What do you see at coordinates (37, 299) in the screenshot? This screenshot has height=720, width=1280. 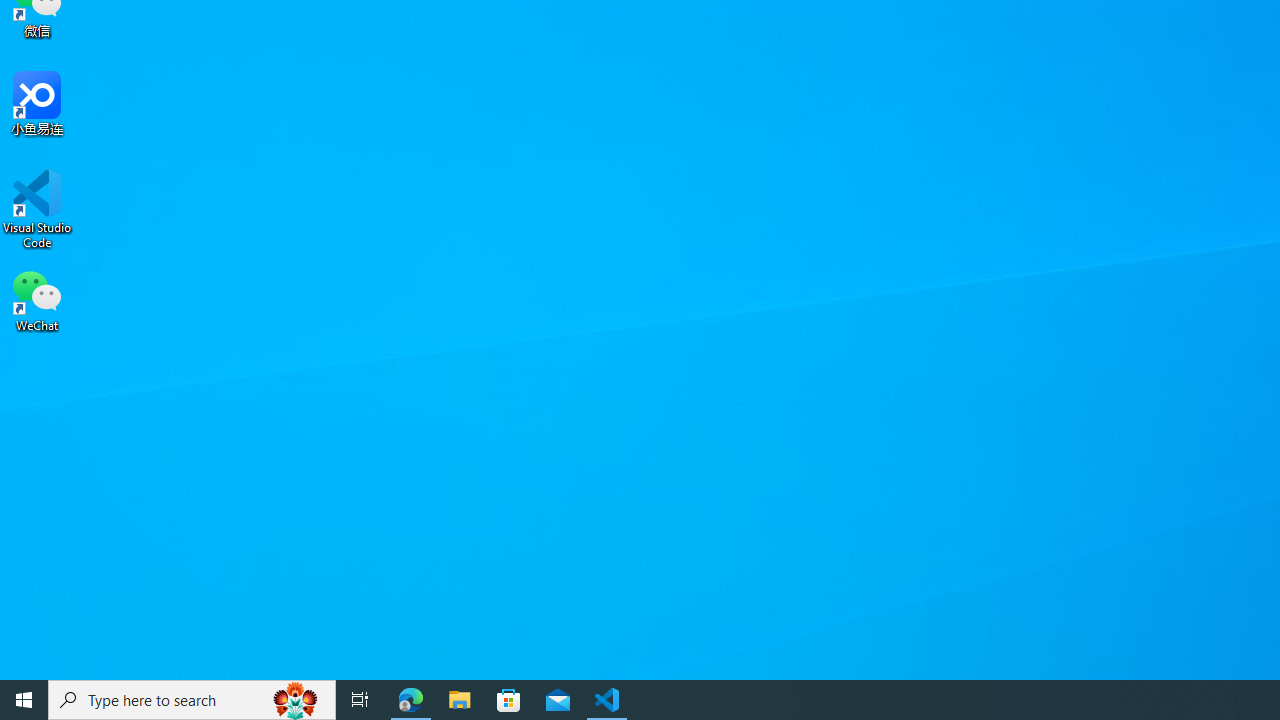 I see `'WeChat'` at bounding box center [37, 299].